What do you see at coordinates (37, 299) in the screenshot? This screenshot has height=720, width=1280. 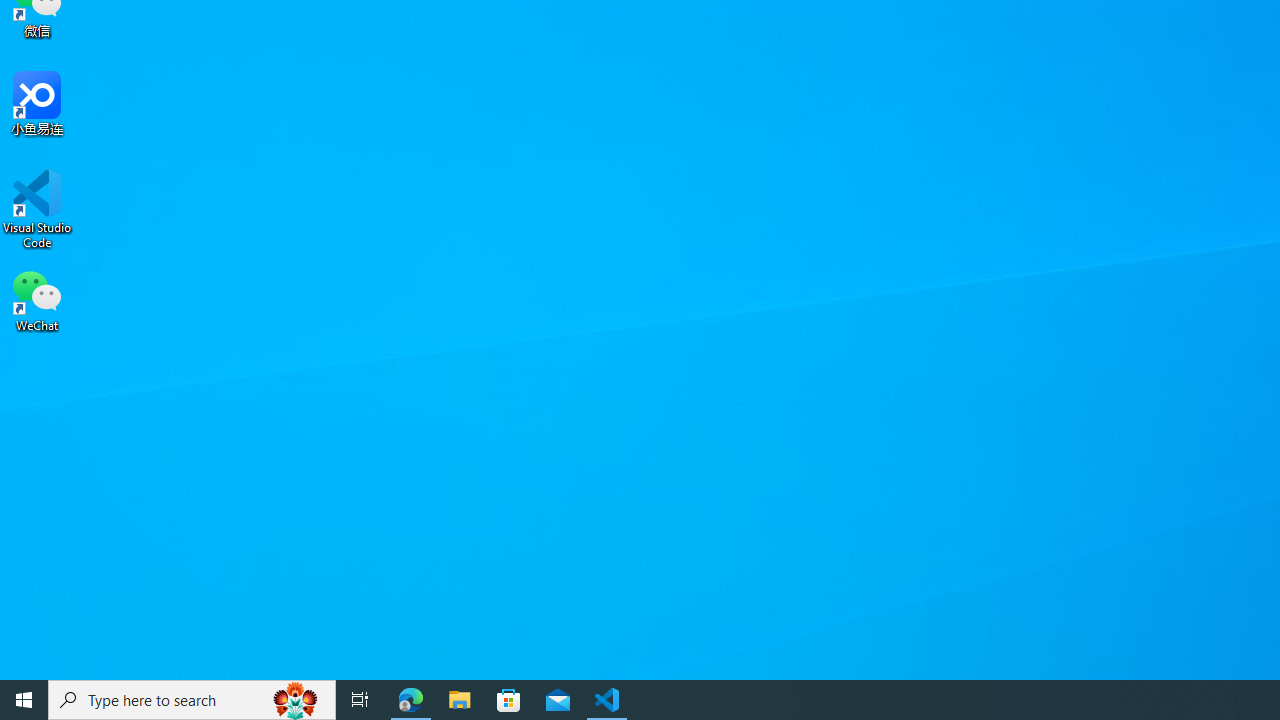 I see `'WeChat'` at bounding box center [37, 299].